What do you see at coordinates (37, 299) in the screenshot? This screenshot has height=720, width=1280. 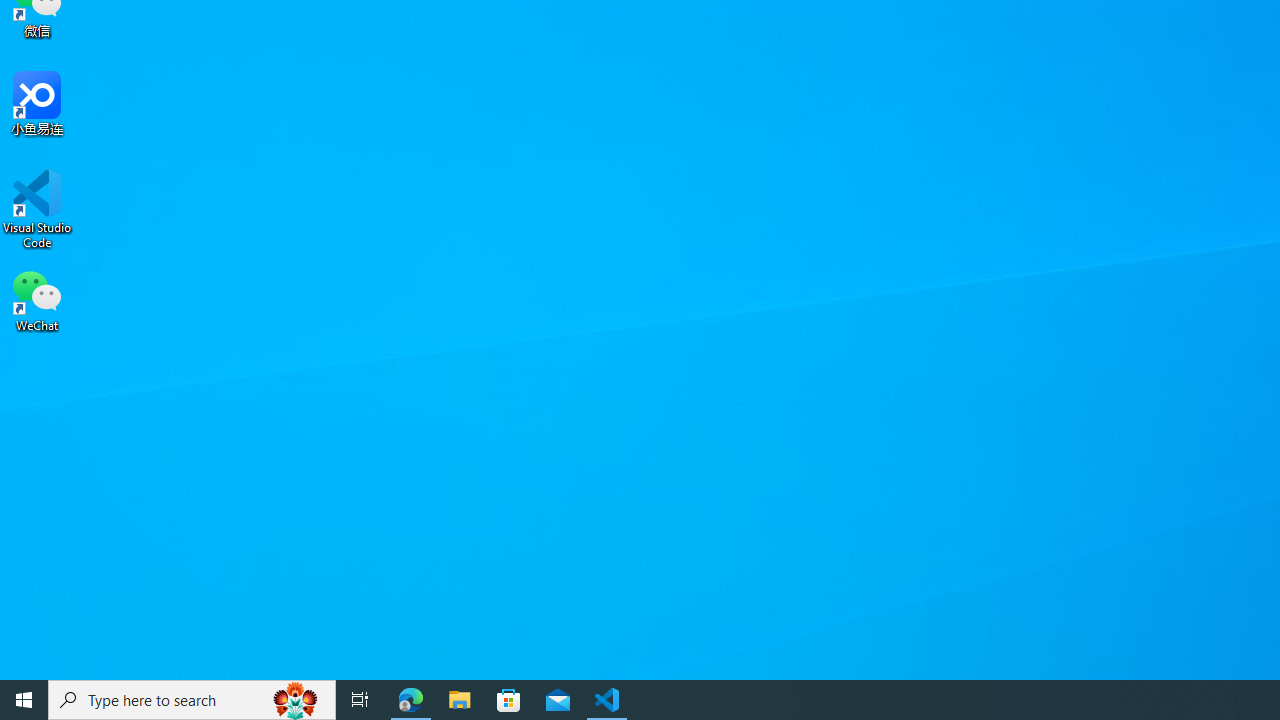 I see `'WeChat'` at bounding box center [37, 299].